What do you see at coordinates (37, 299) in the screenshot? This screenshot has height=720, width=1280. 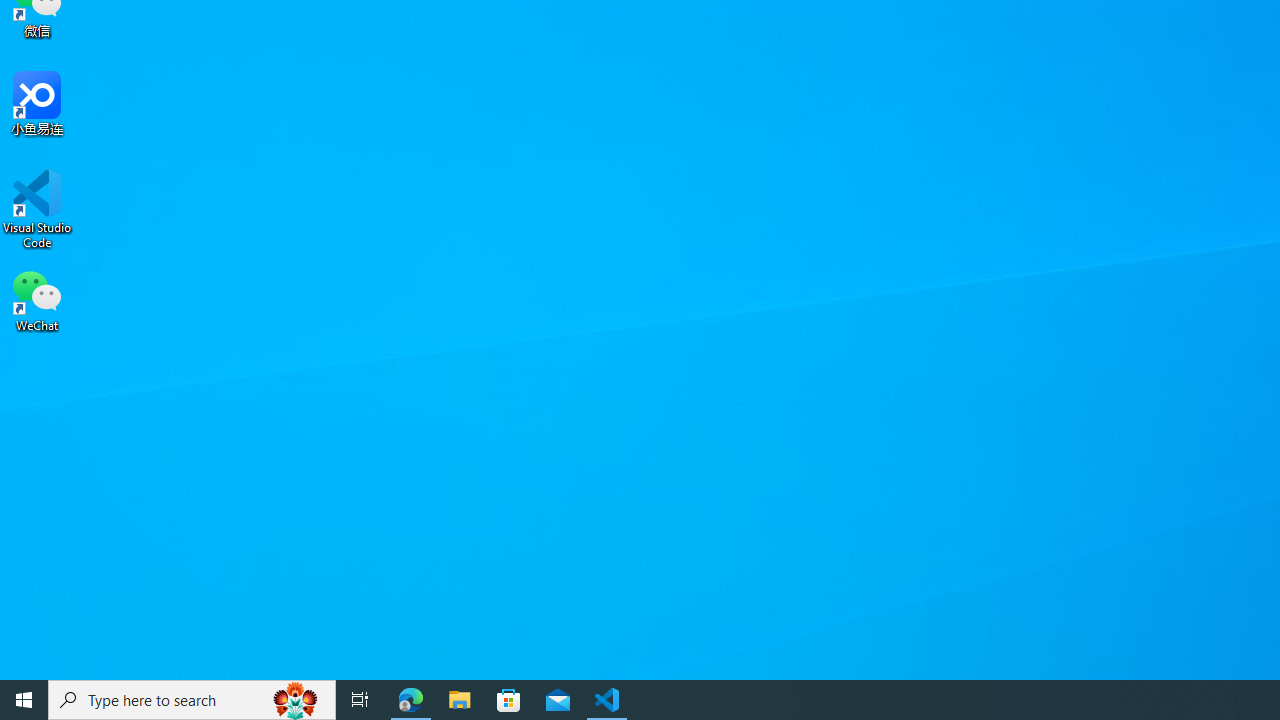 I see `'WeChat'` at bounding box center [37, 299].